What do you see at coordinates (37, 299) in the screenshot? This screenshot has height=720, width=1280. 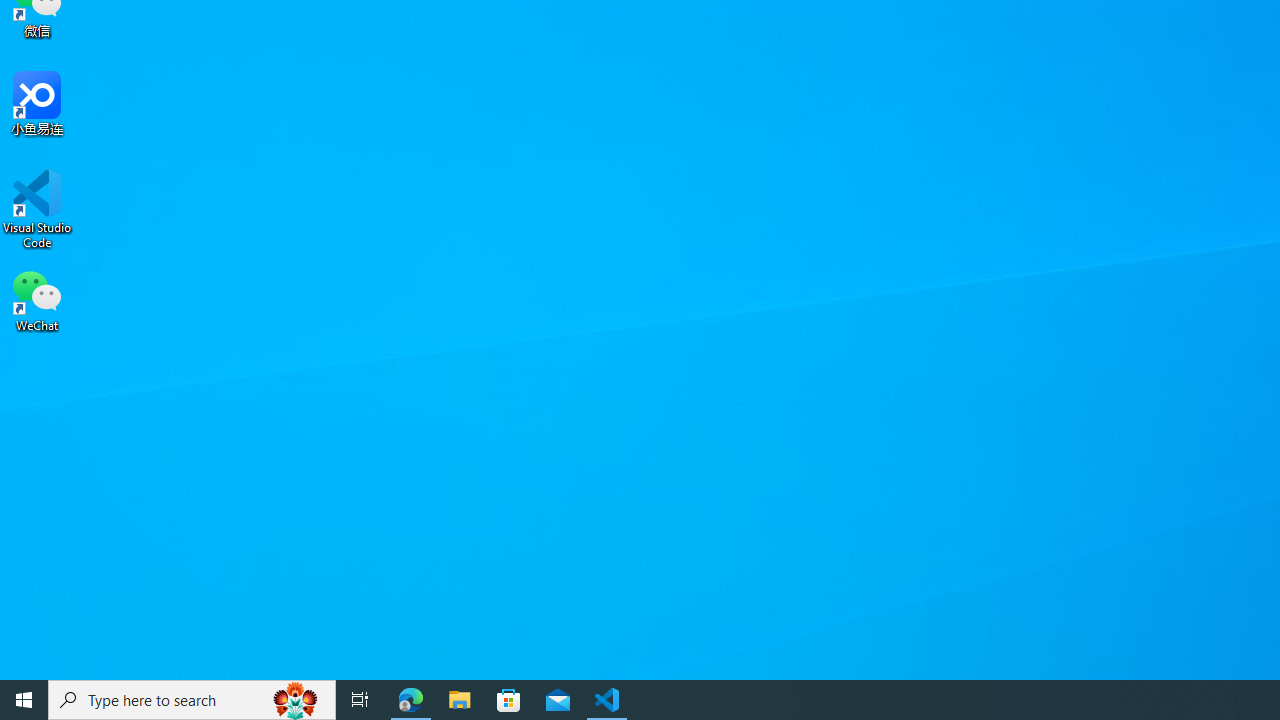 I see `'WeChat'` at bounding box center [37, 299].